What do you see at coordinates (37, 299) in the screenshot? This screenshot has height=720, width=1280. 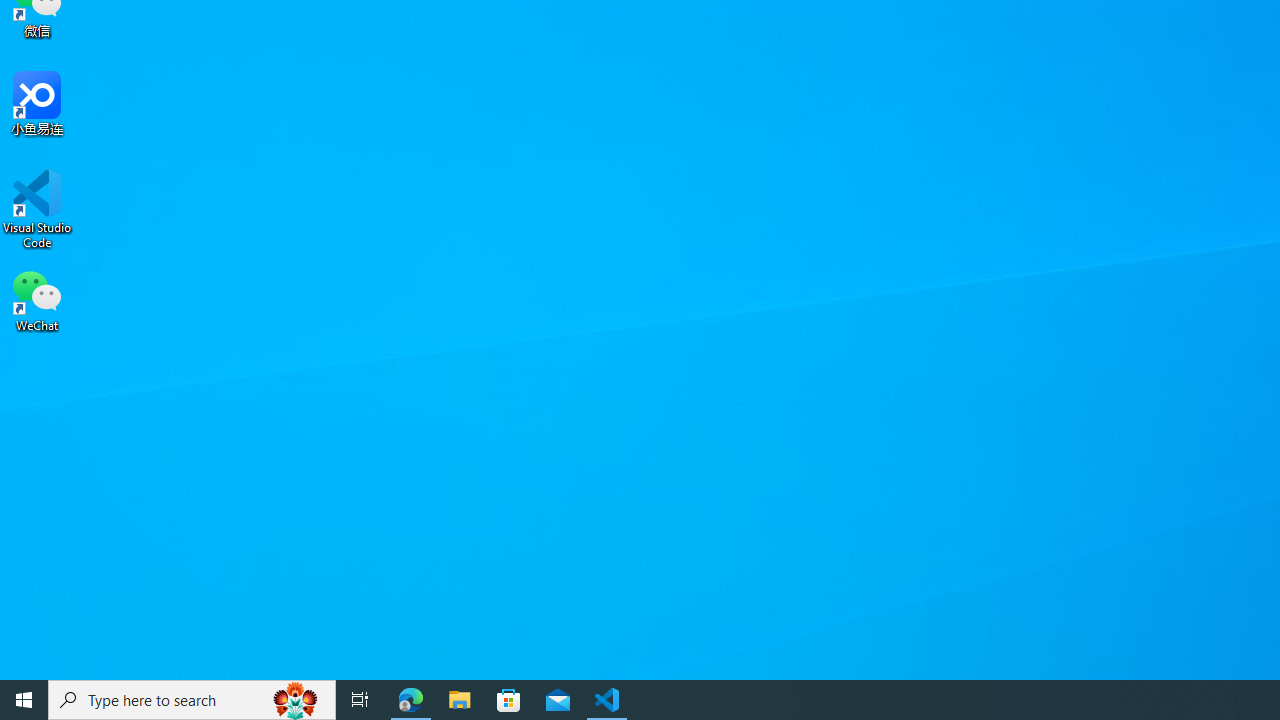 I see `'WeChat'` at bounding box center [37, 299].